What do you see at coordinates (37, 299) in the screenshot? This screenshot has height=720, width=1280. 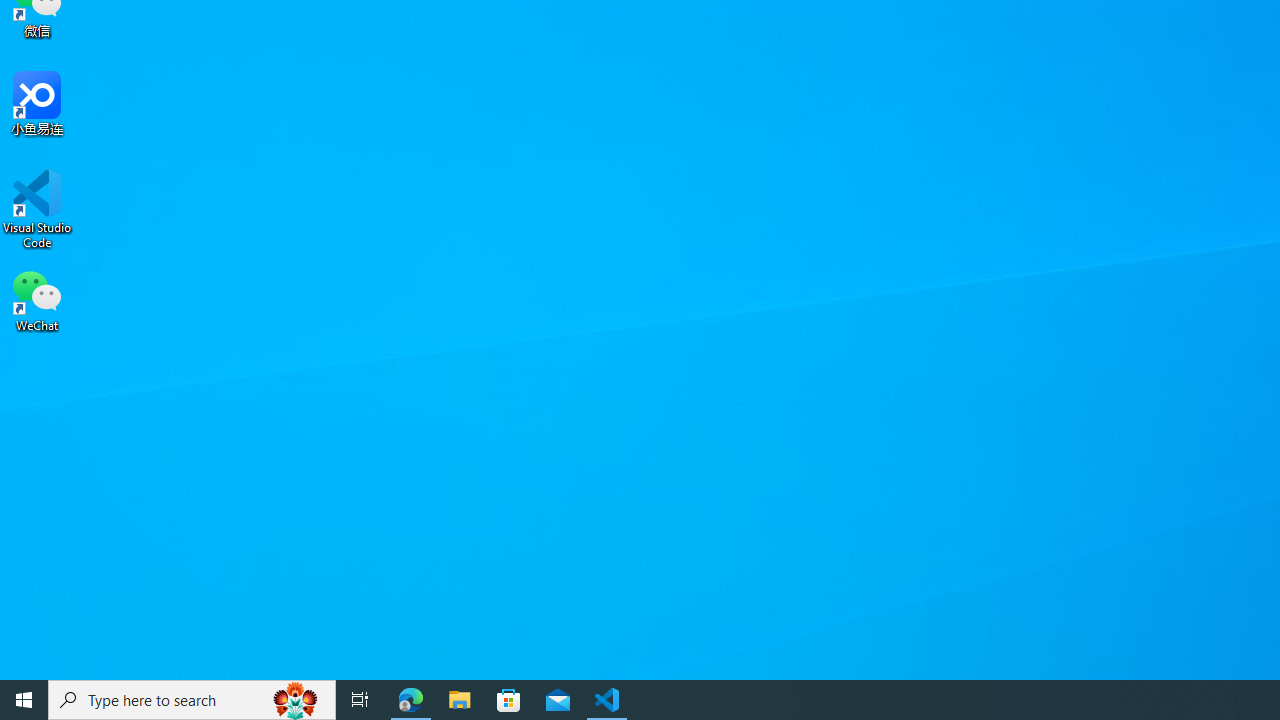 I see `'WeChat'` at bounding box center [37, 299].